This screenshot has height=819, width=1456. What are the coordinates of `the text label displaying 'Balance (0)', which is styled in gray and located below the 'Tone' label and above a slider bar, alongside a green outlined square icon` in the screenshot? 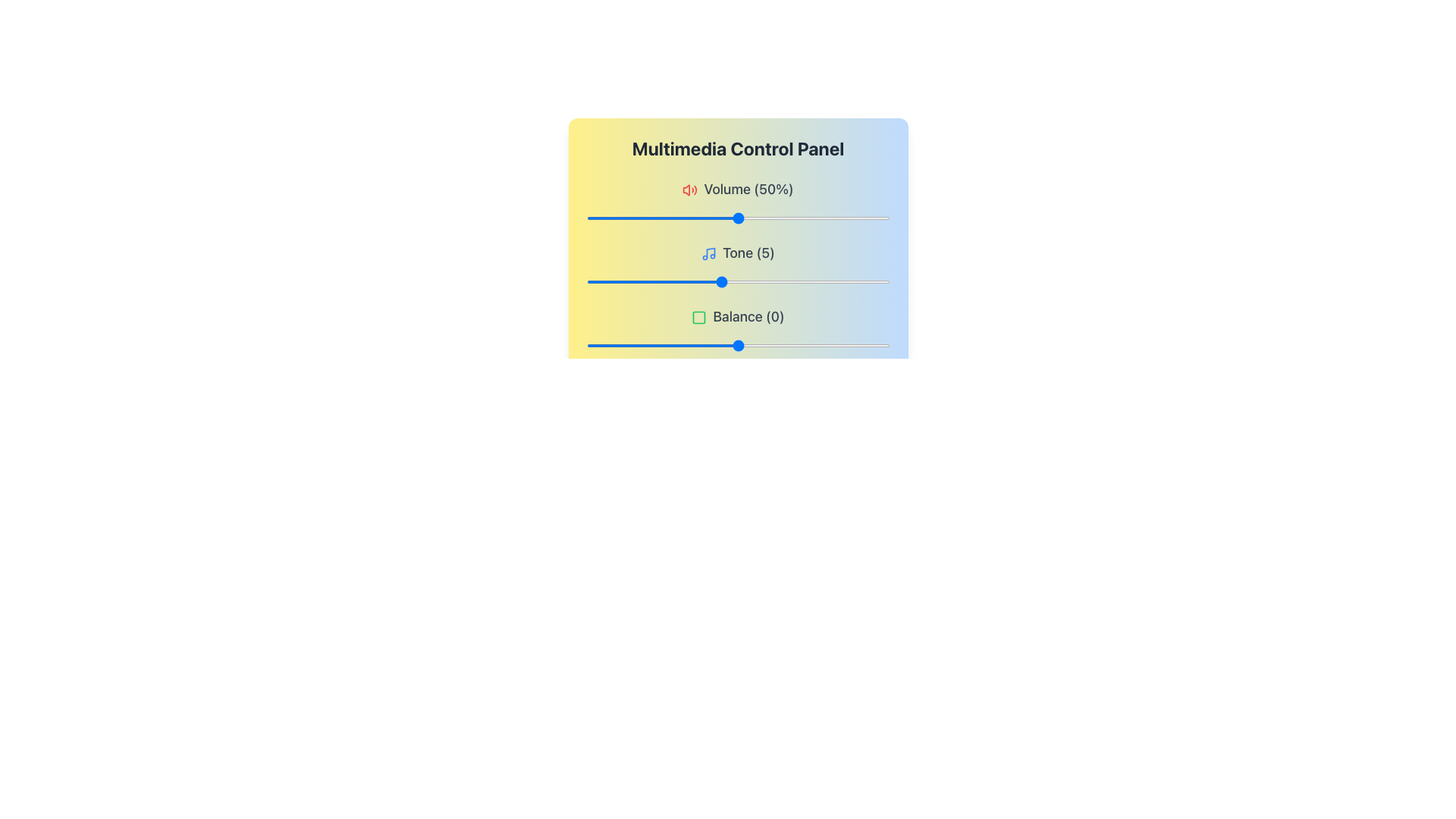 It's located at (738, 315).